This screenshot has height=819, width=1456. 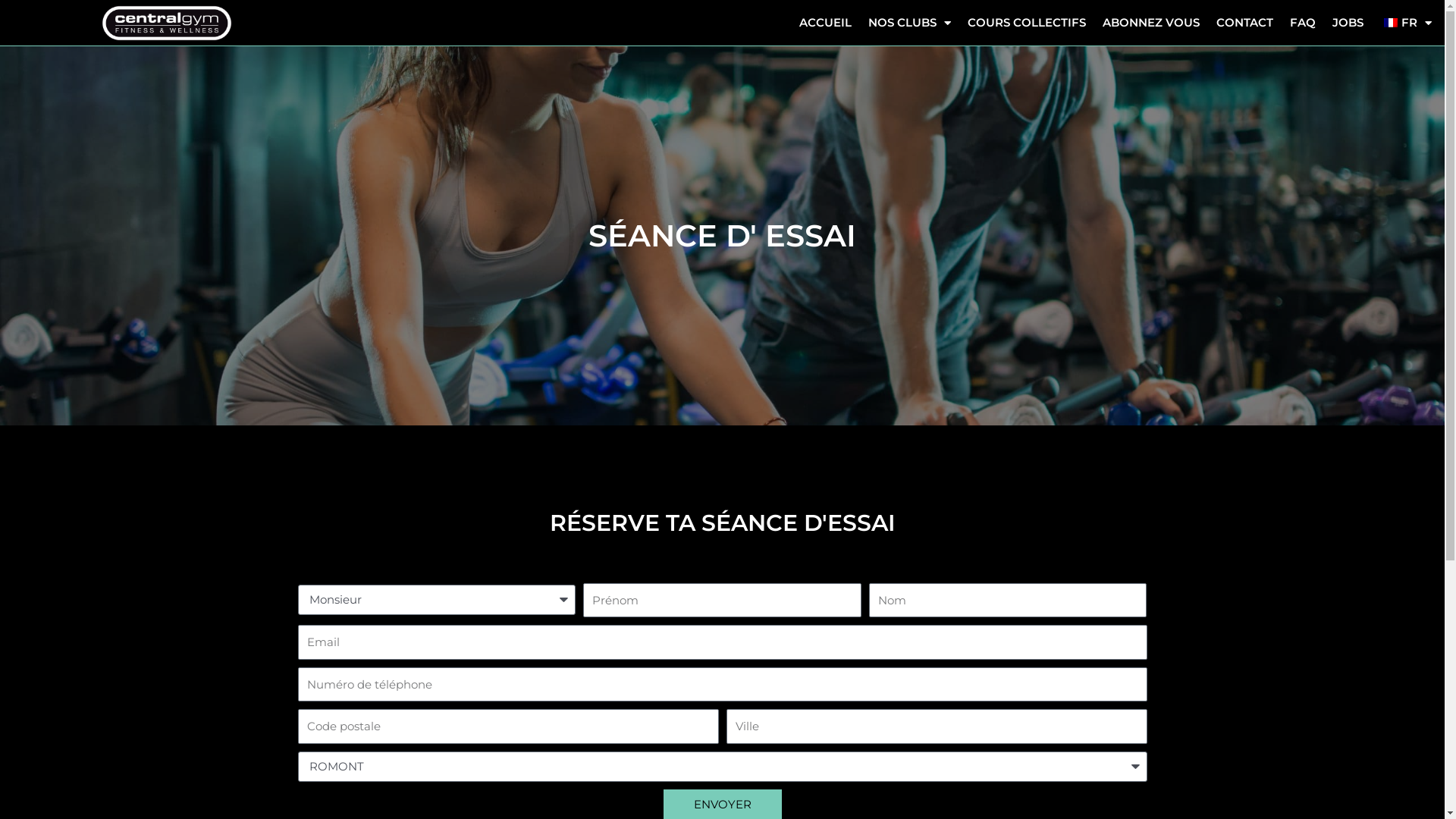 What do you see at coordinates (824, 23) in the screenshot?
I see `'ACCUEIL'` at bounding box center [824, 23].